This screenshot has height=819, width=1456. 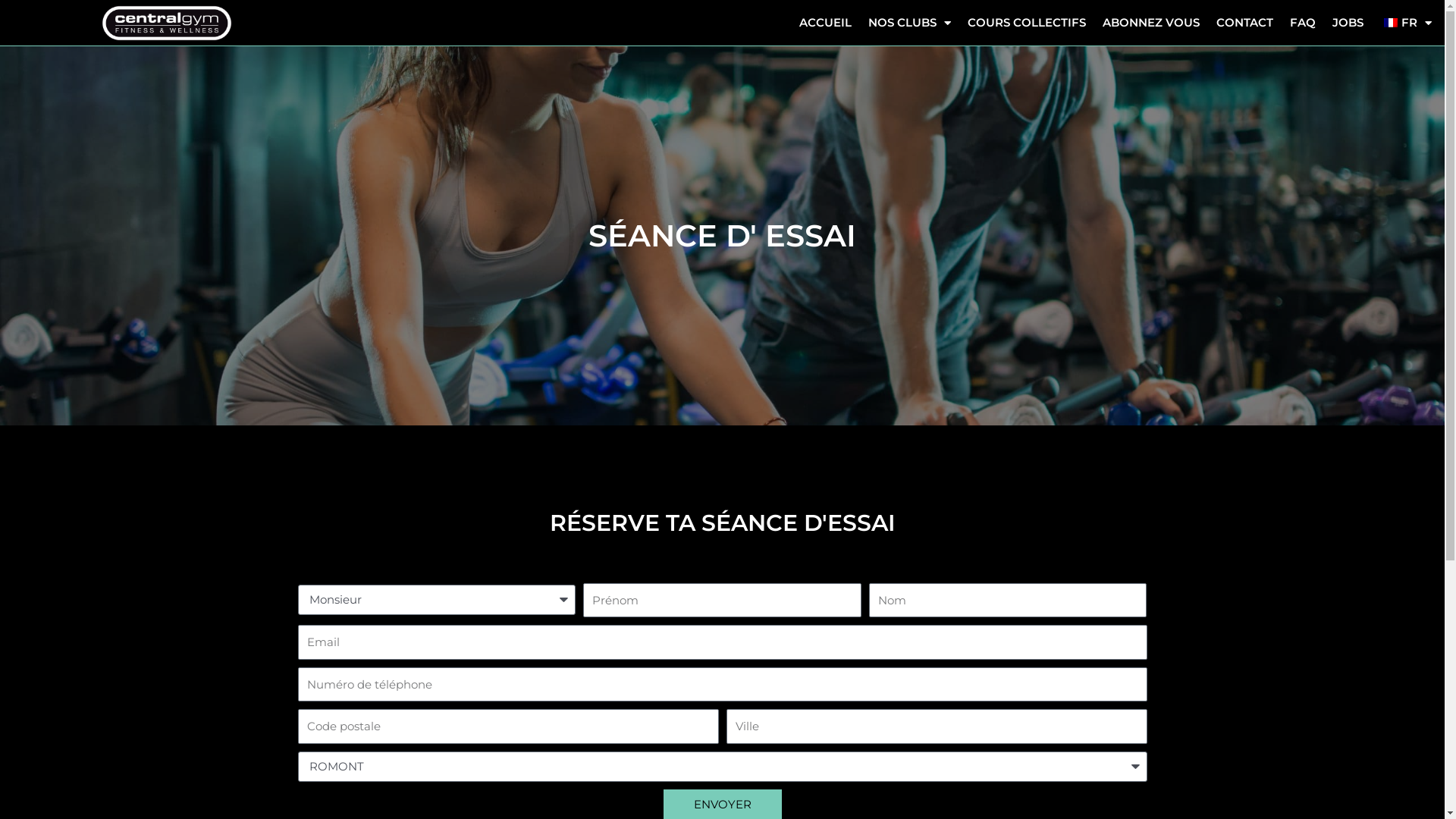 What do you see at coordinates (824, 23) in the screenshot?
I see `'ACCUEIL'` at bounding box center [824, 23].